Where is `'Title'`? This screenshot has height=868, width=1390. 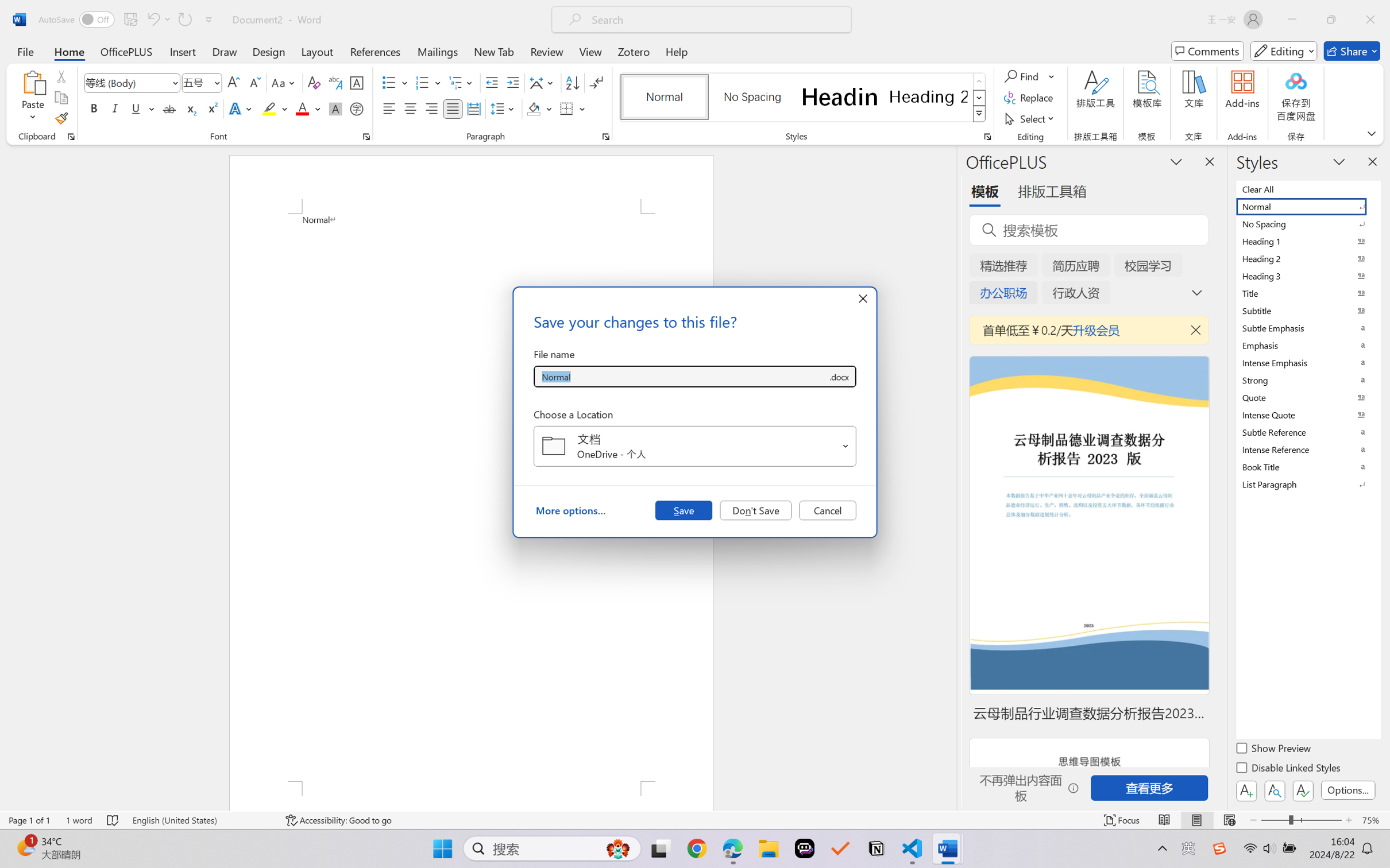
'Title' is located at coordinates (1307, 292).